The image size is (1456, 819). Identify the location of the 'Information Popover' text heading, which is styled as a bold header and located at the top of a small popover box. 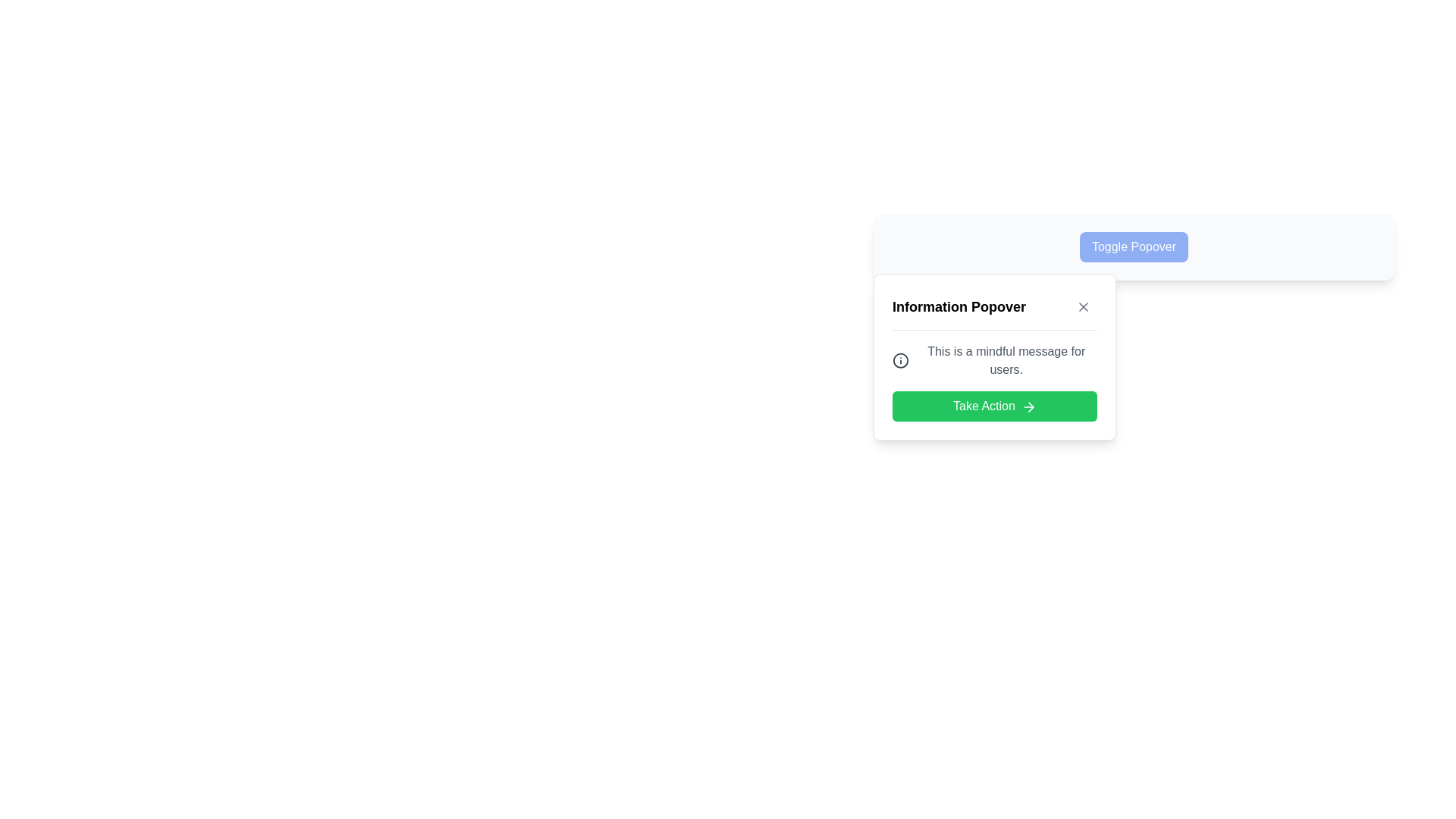
(994, 311).